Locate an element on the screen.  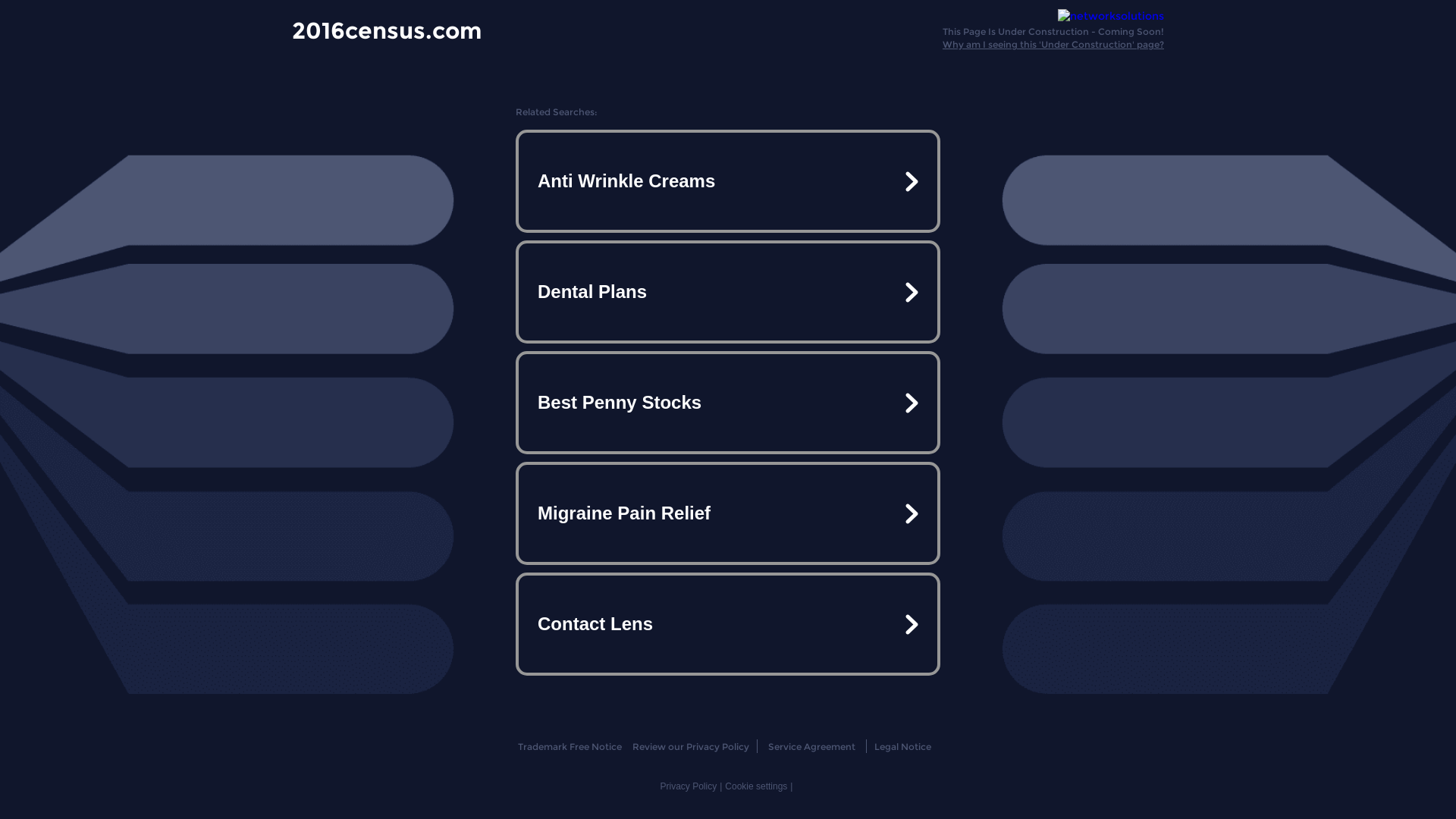
'Why am I seeing this 'Under Construction' page?' is located at coordinates (1052, 43).